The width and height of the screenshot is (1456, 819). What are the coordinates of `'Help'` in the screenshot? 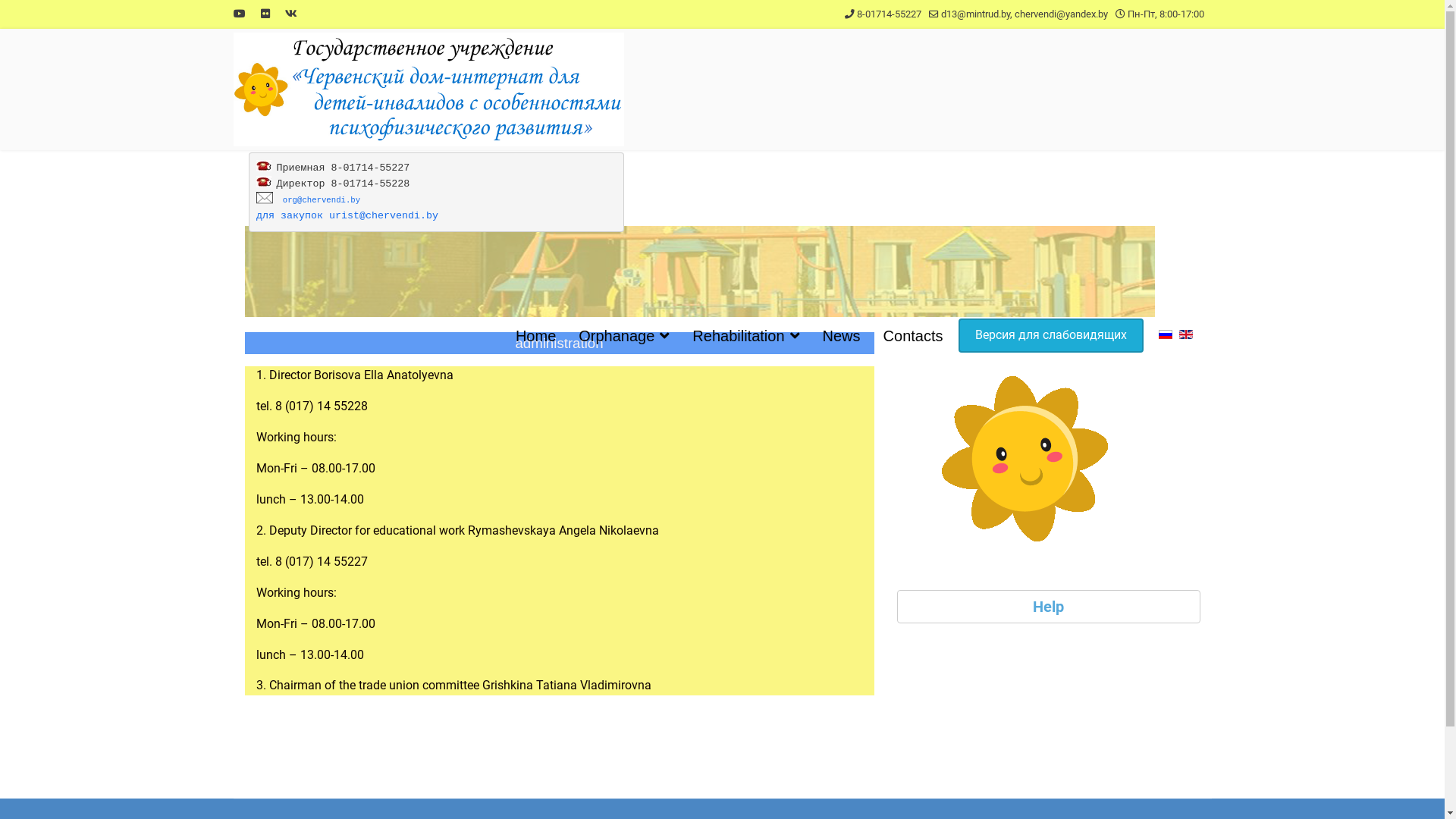 It's located at (1047, 605).